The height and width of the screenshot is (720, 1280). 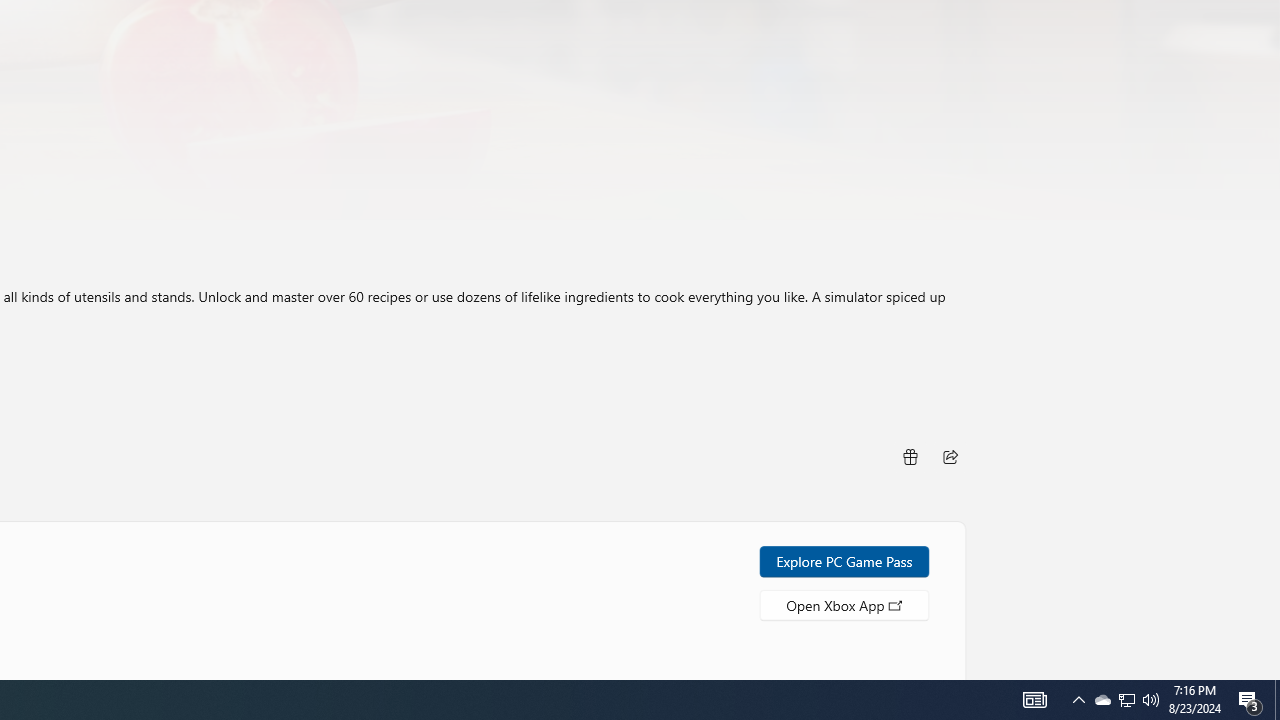 I want to click on 'Buy as gift', so click(x=908, y=456).